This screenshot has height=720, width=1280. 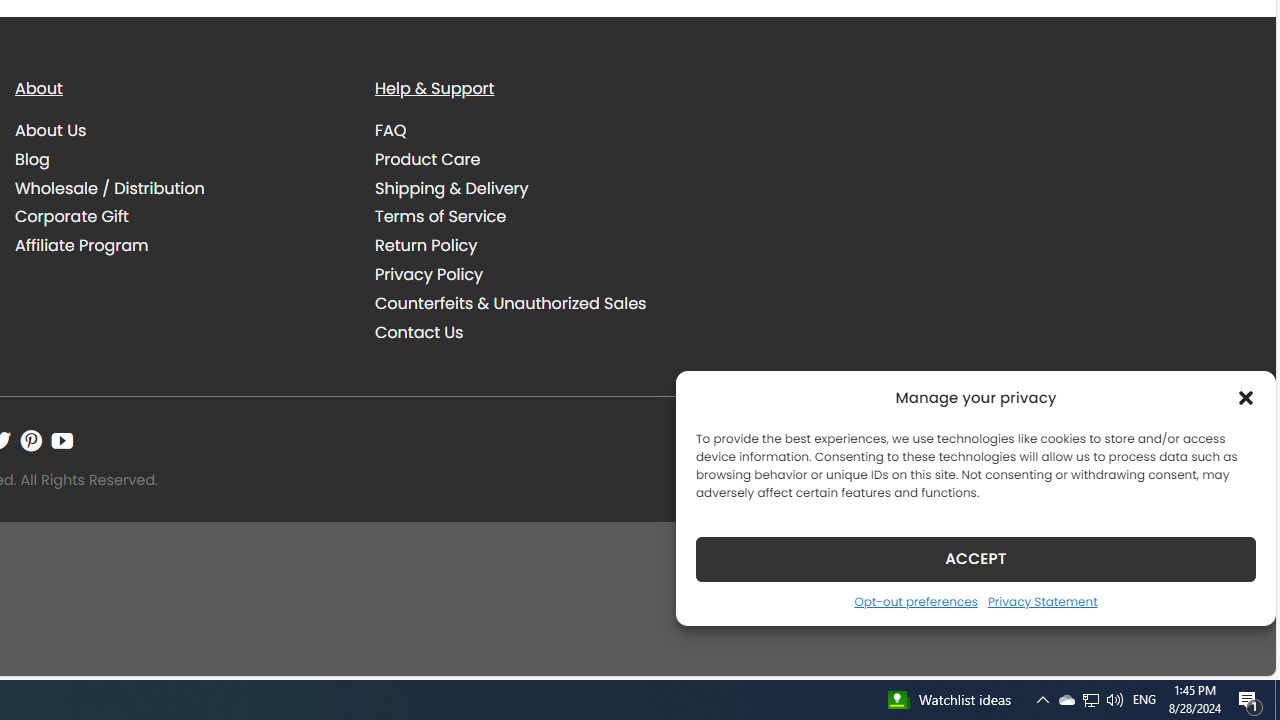 What do you see at coordinates (976, 558) in the screenshot?
I see `'ACCEPT'` at bounding box center [976, 558].